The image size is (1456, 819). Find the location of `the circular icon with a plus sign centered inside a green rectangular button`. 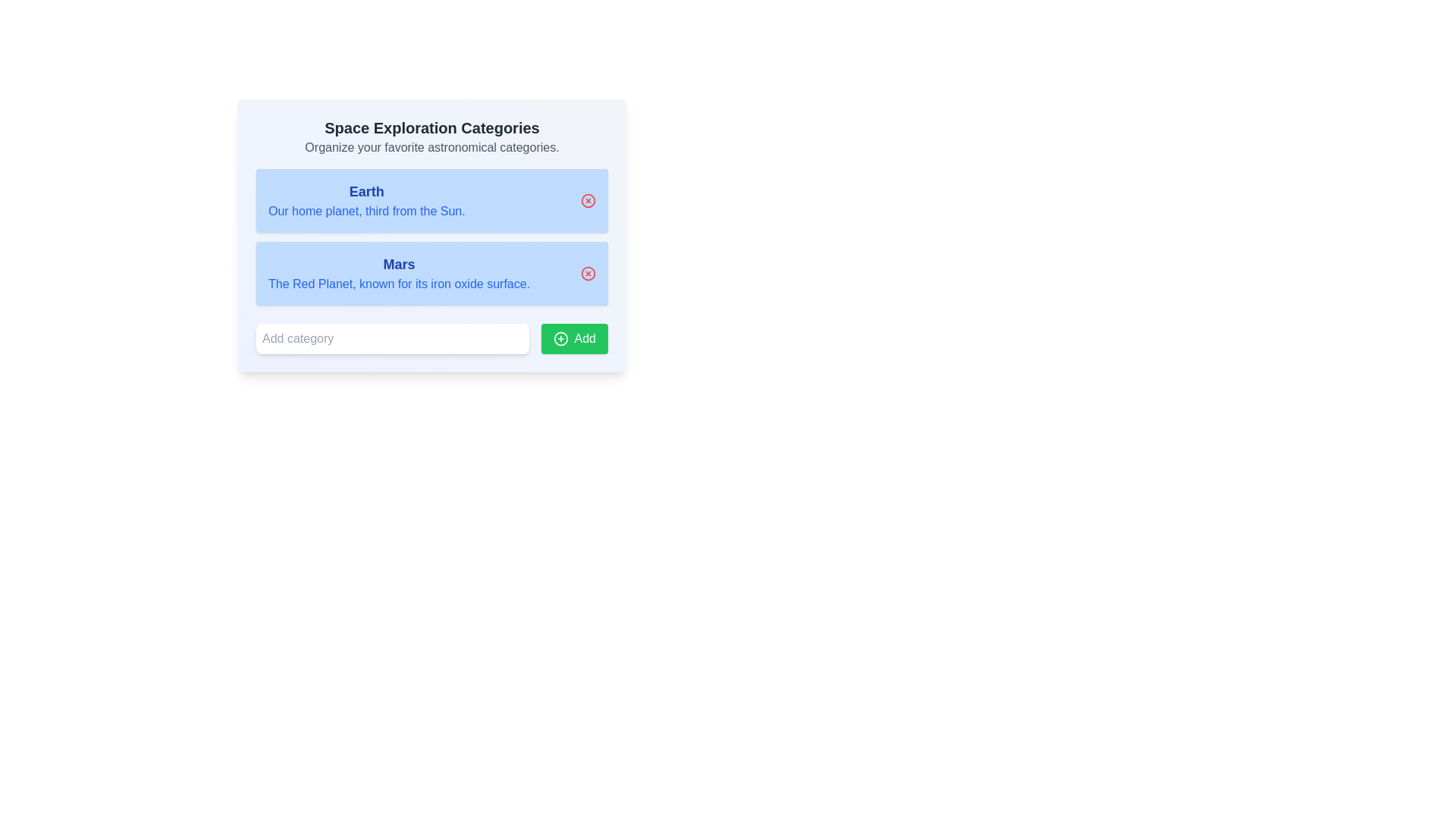

the circular icon with a plus sign centered inside a green rectangular button is located at coordinates (560, 338).